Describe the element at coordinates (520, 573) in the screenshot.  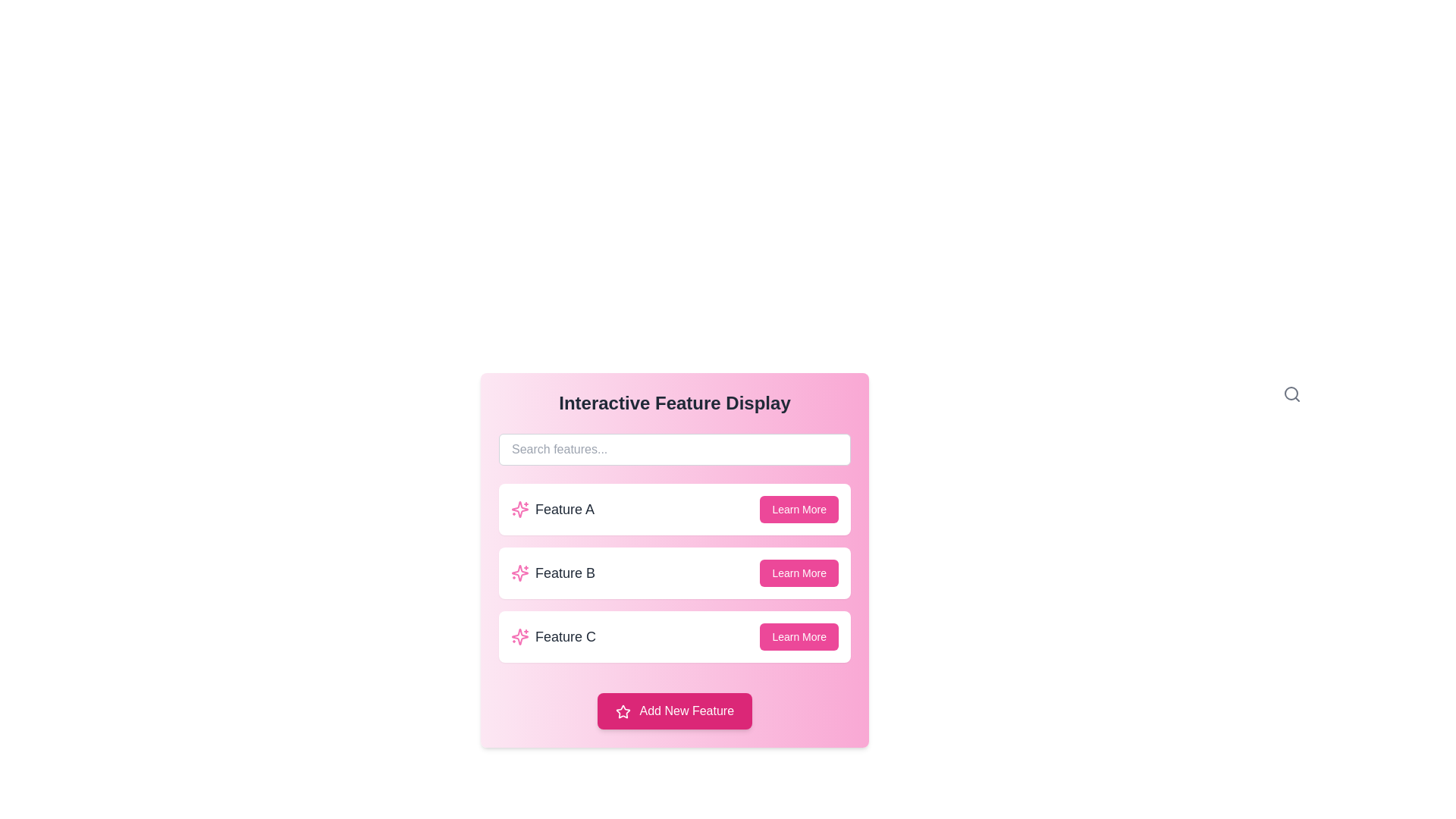
I see `the Icon representing 'Feature B' located inside the card labeled 'Feature B', specifically at the left side adjacent to the text label` at that location.